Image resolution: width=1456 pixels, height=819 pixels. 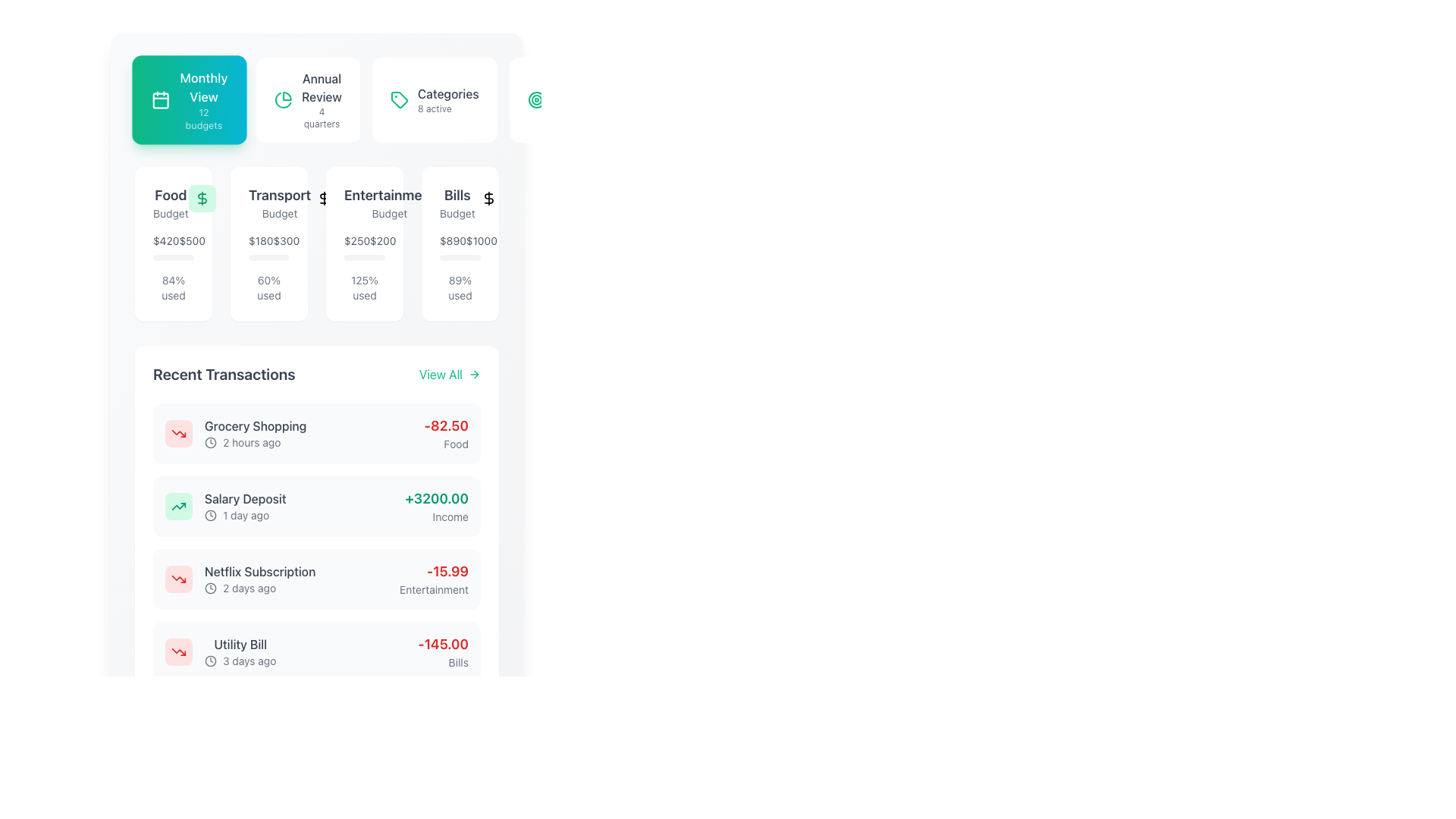 What do you see at coordinates (161, 101) in the screenshot?
I see `the graphic element that visually represents part of the calendar icon, located within the highlighted green tile labeled 'Monthly View'` at bounding box center [161, 101].